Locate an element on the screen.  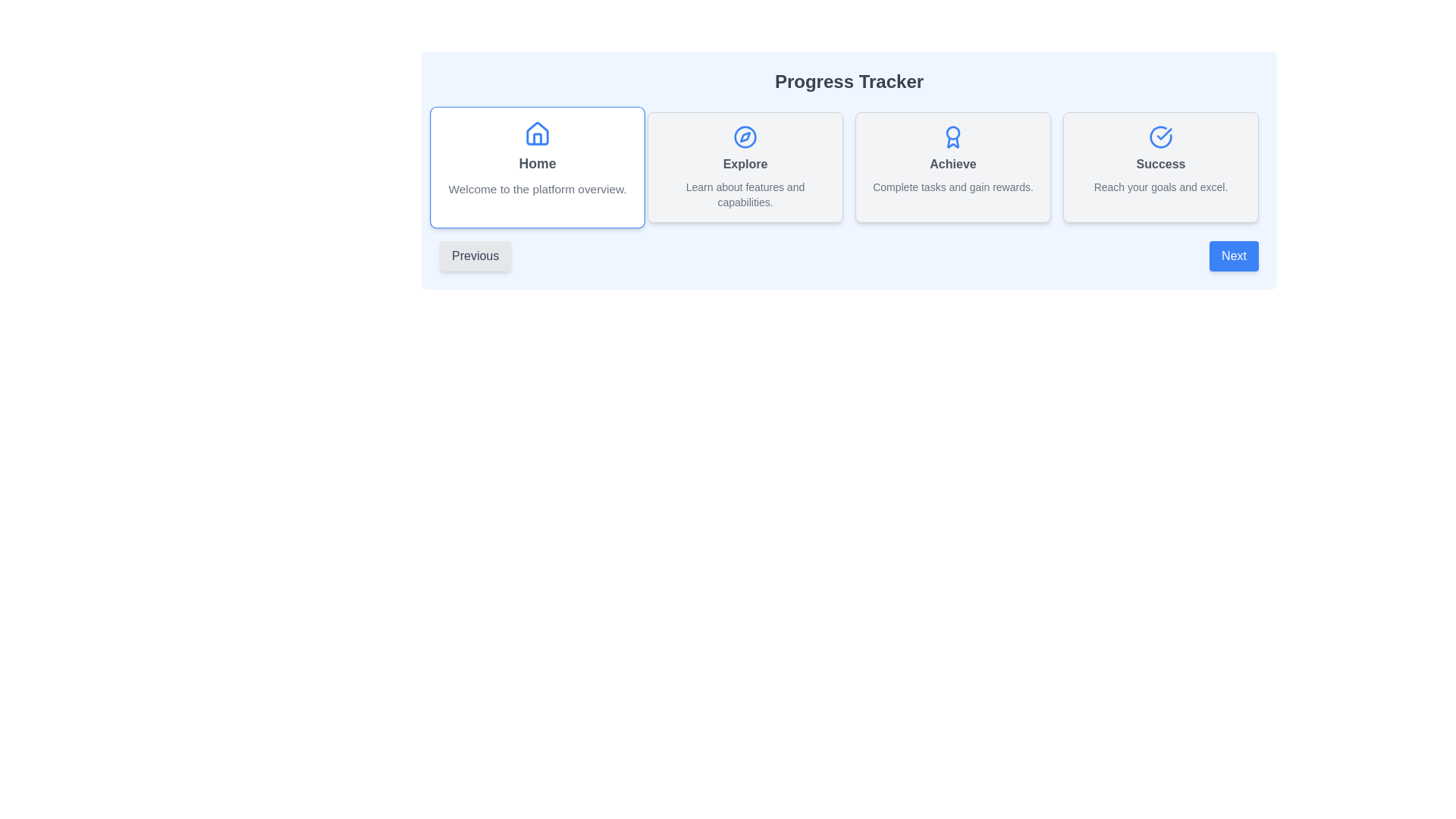
the third Card UI component in the grid layout, which represents the 'Achieve' section is located at coordinates (952, 167).